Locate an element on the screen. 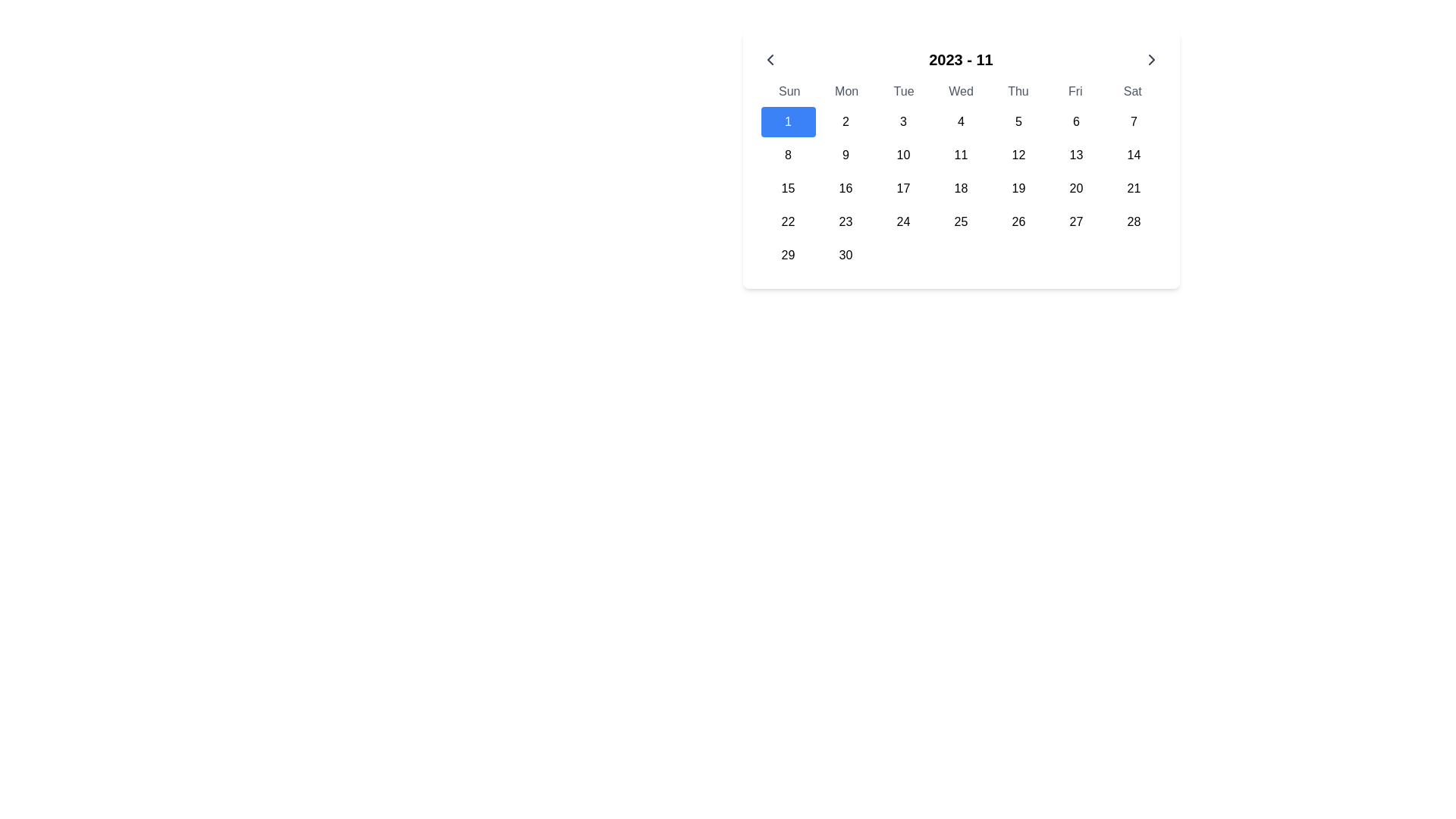 This screenshot has width=1456, height=819. the text label displaying 'Sun' styled in light gray, positioned at the far left of the weekday header in the weekly calendar interface is located at coordinates (789, 91).